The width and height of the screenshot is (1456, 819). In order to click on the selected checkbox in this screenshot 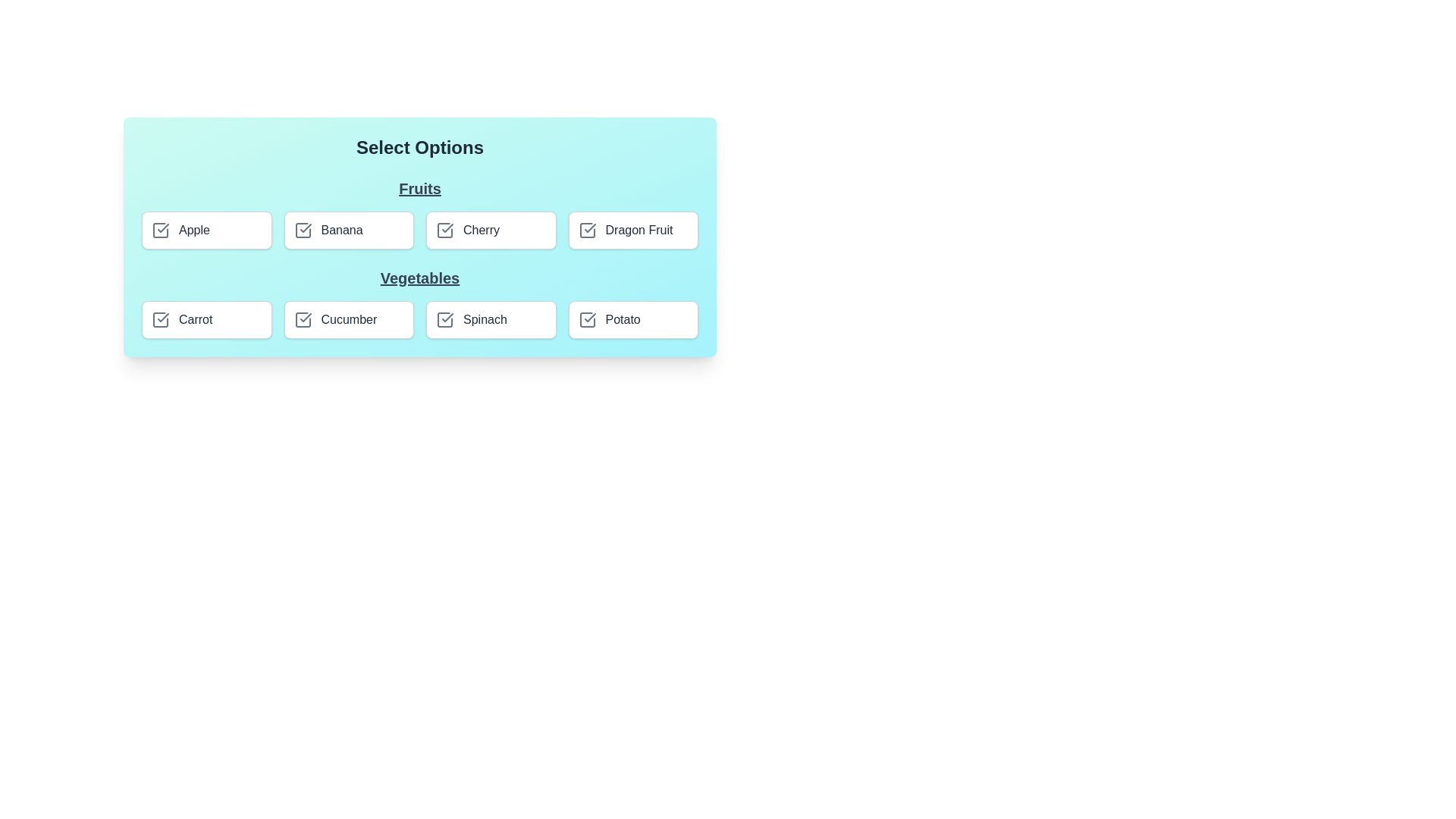, I will do `click(160, 318)`.